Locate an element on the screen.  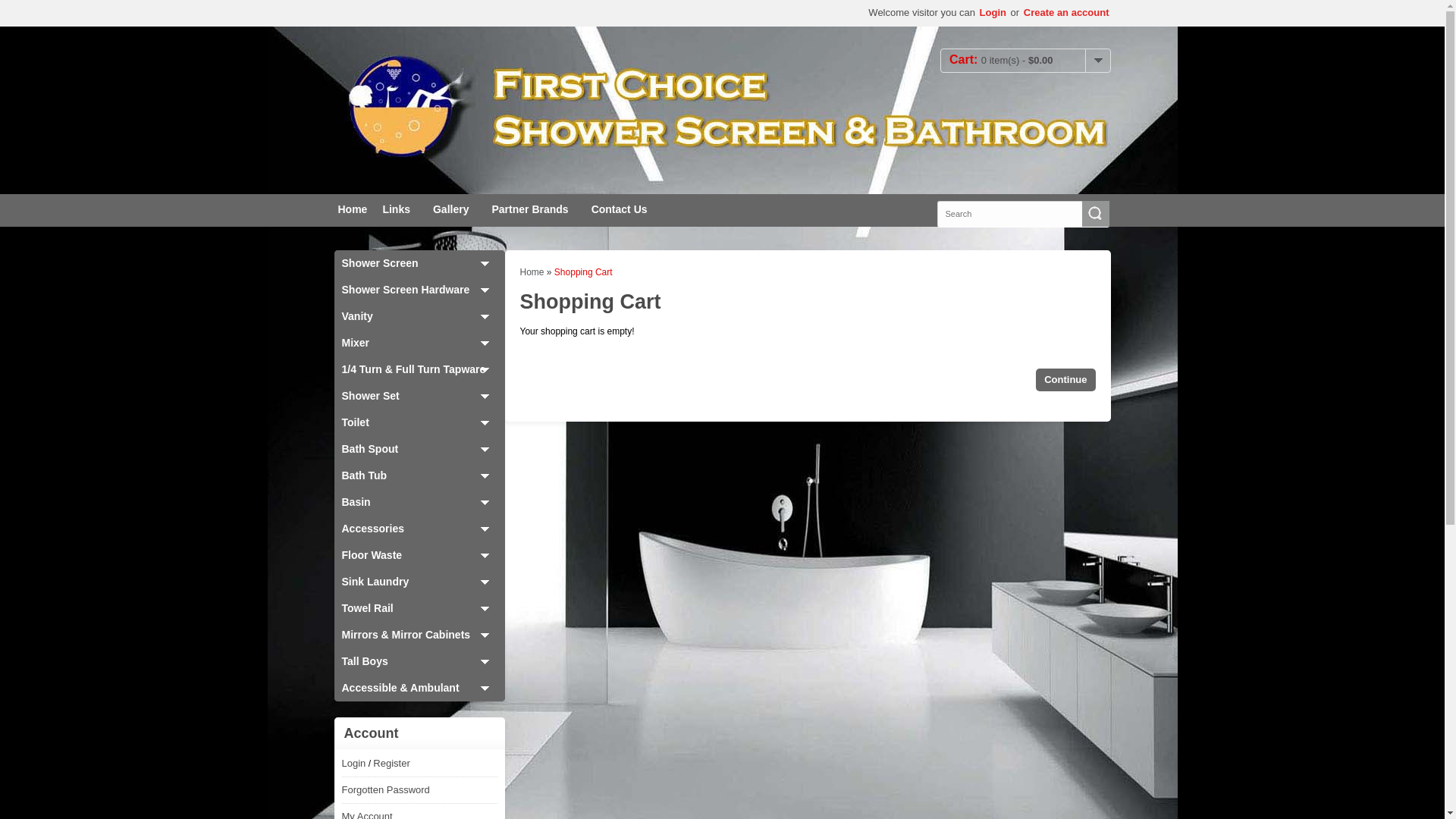
'Accessible & Ambulant' is located at coordinates (419, 688).